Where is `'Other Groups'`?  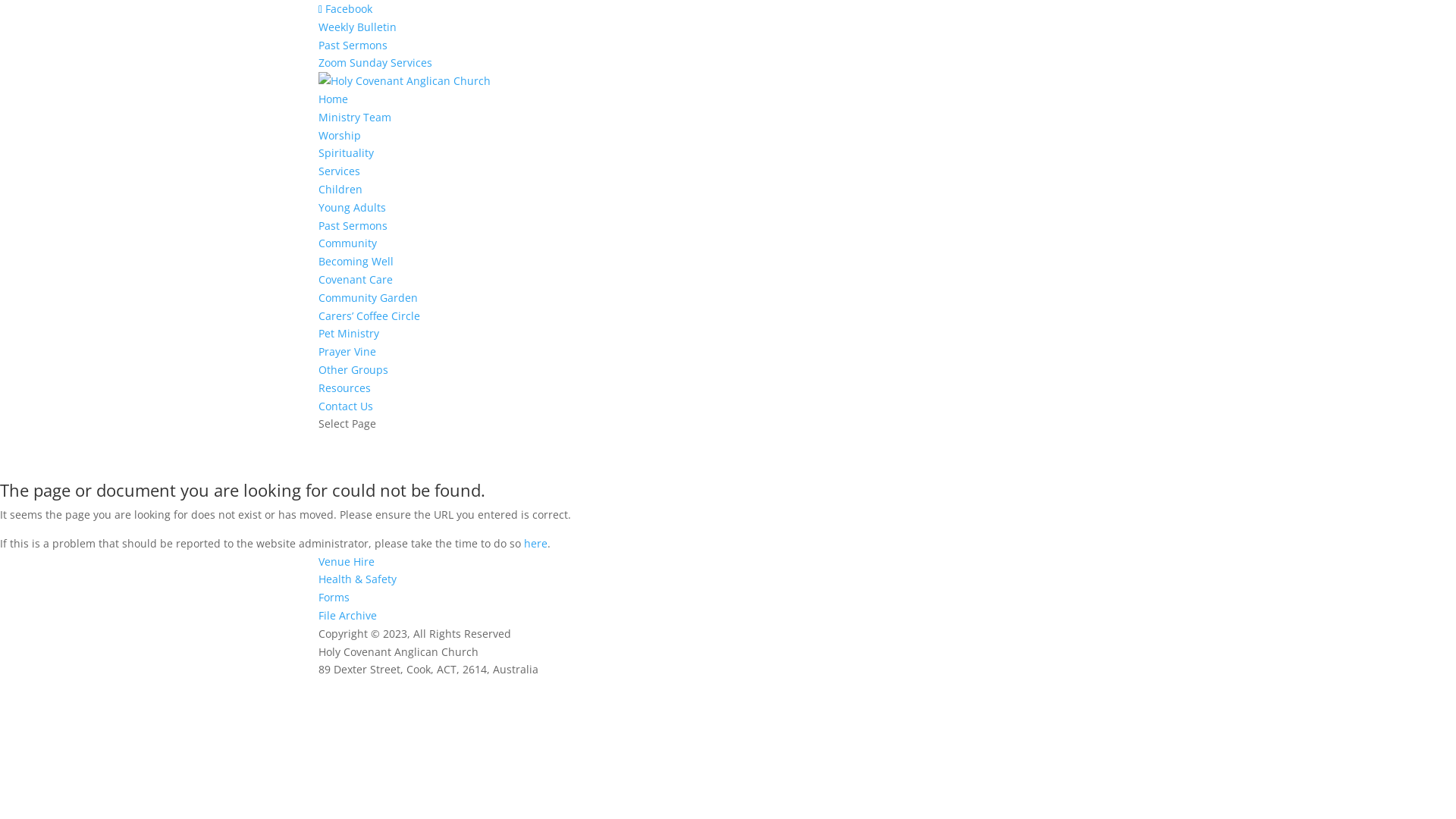 'Other Groups' is located at coordinates (352, 369).